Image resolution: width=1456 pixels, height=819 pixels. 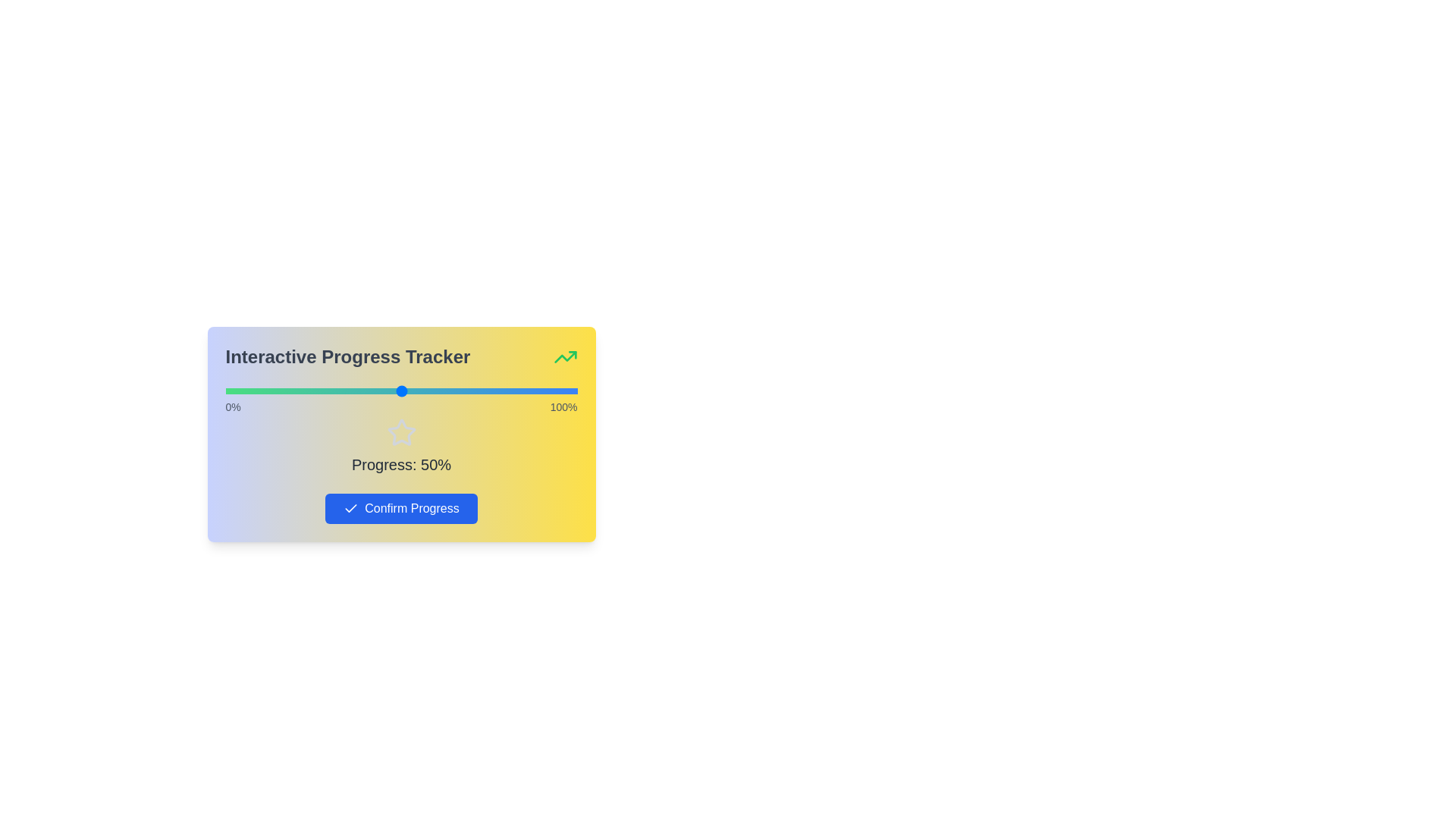 I want to click on the slider to set the progress percentage to 59, so click(x=432, y=391).